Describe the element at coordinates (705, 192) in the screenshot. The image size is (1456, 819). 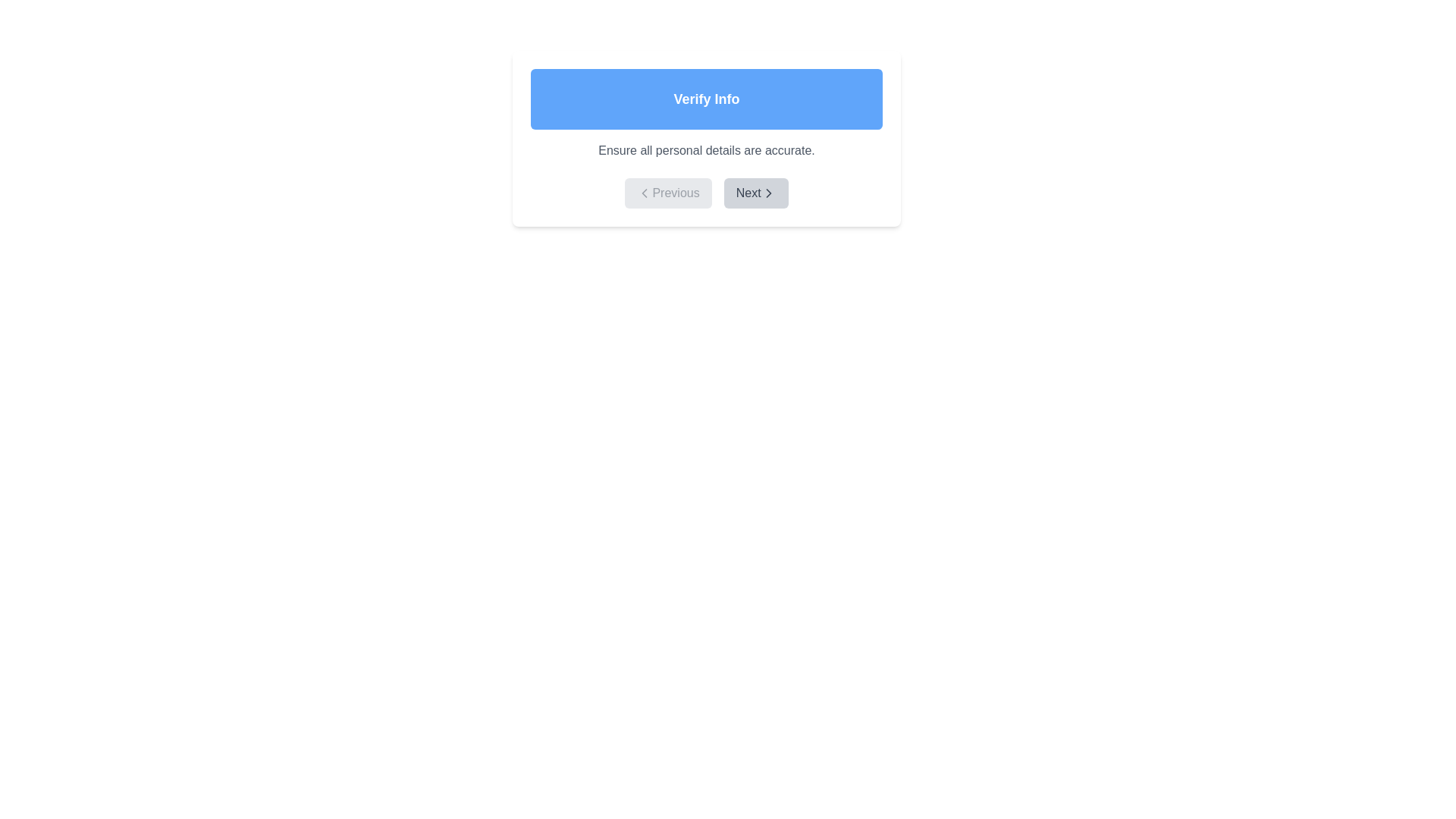
I see `the Button Group containing 'Previous' and 'Next' buttons, located at the bottom of the 'Verify Info' panel for visual feedback` at that location.